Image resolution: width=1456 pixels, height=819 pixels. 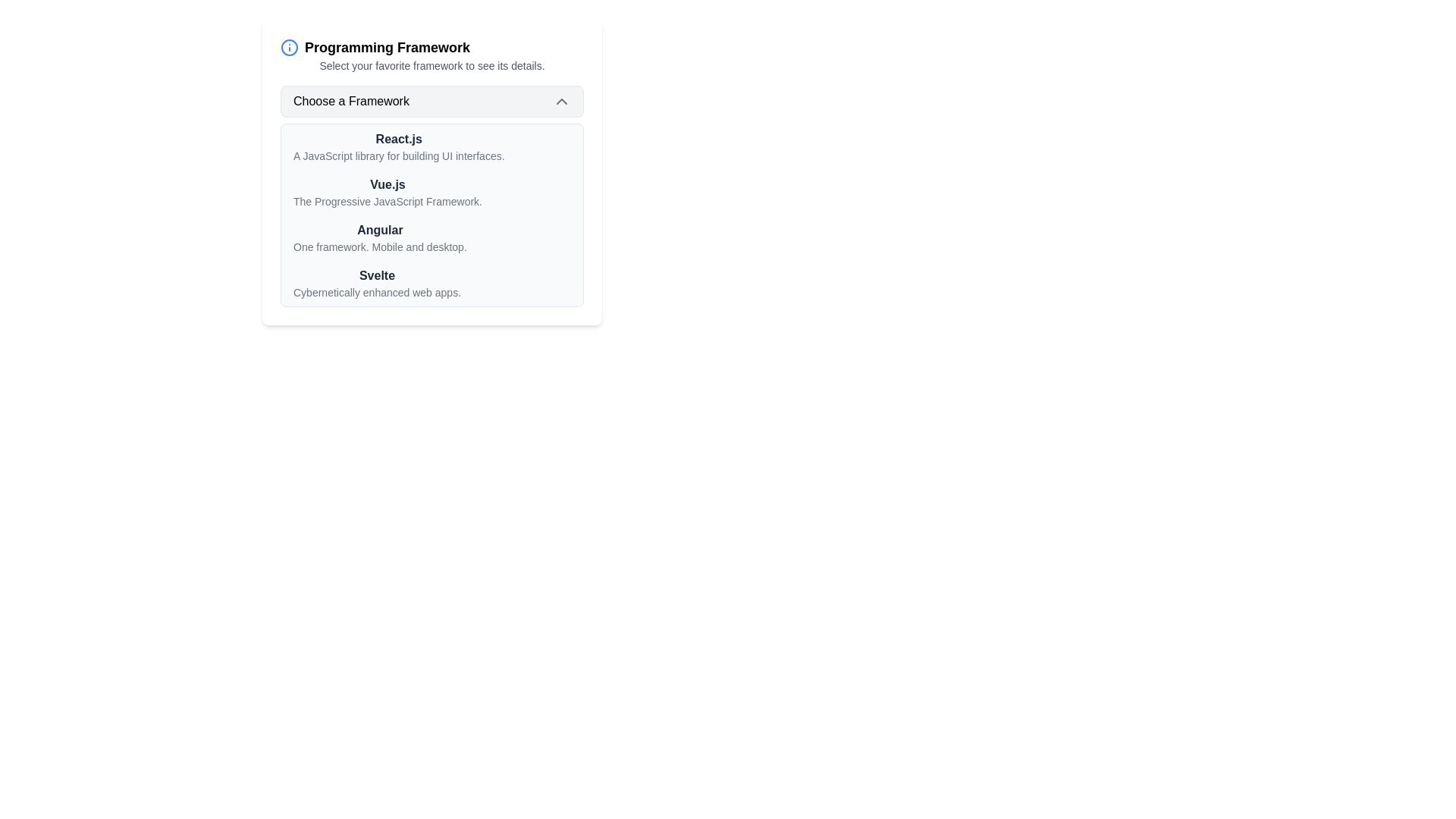 What do you see at coordinates (377, 284) in the screenshot?
I see `textual element titled 'Svelte' which is the fourth item in the 'Choose a Framework' section, displaying 'Cybernetically enhanced web apps.'` at bounding box center [377, 284].